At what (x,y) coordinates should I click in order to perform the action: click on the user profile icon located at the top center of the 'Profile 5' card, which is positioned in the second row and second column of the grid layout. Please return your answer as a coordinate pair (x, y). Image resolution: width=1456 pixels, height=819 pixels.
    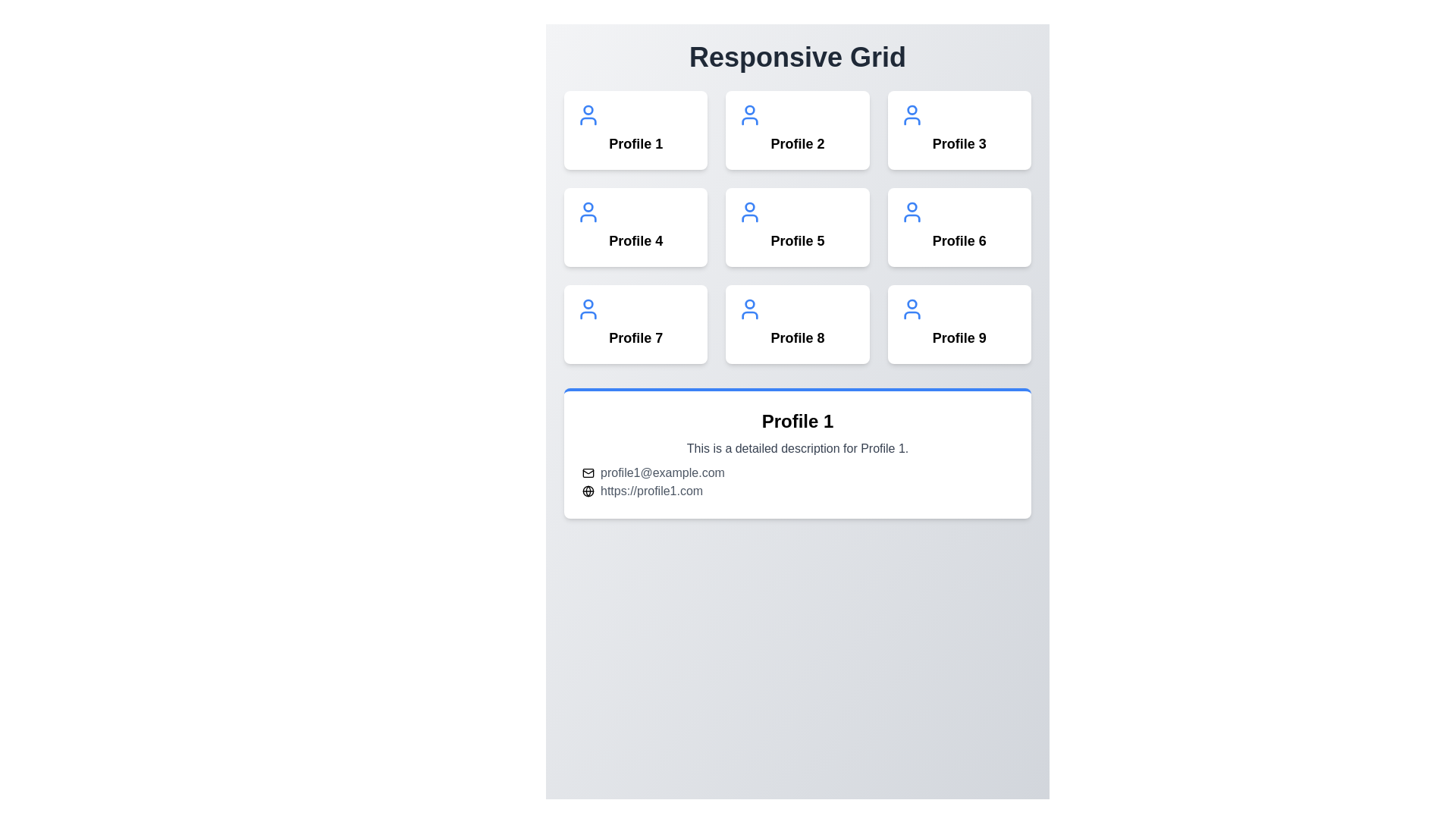
    Looking at the image, I should click on (750, 212).